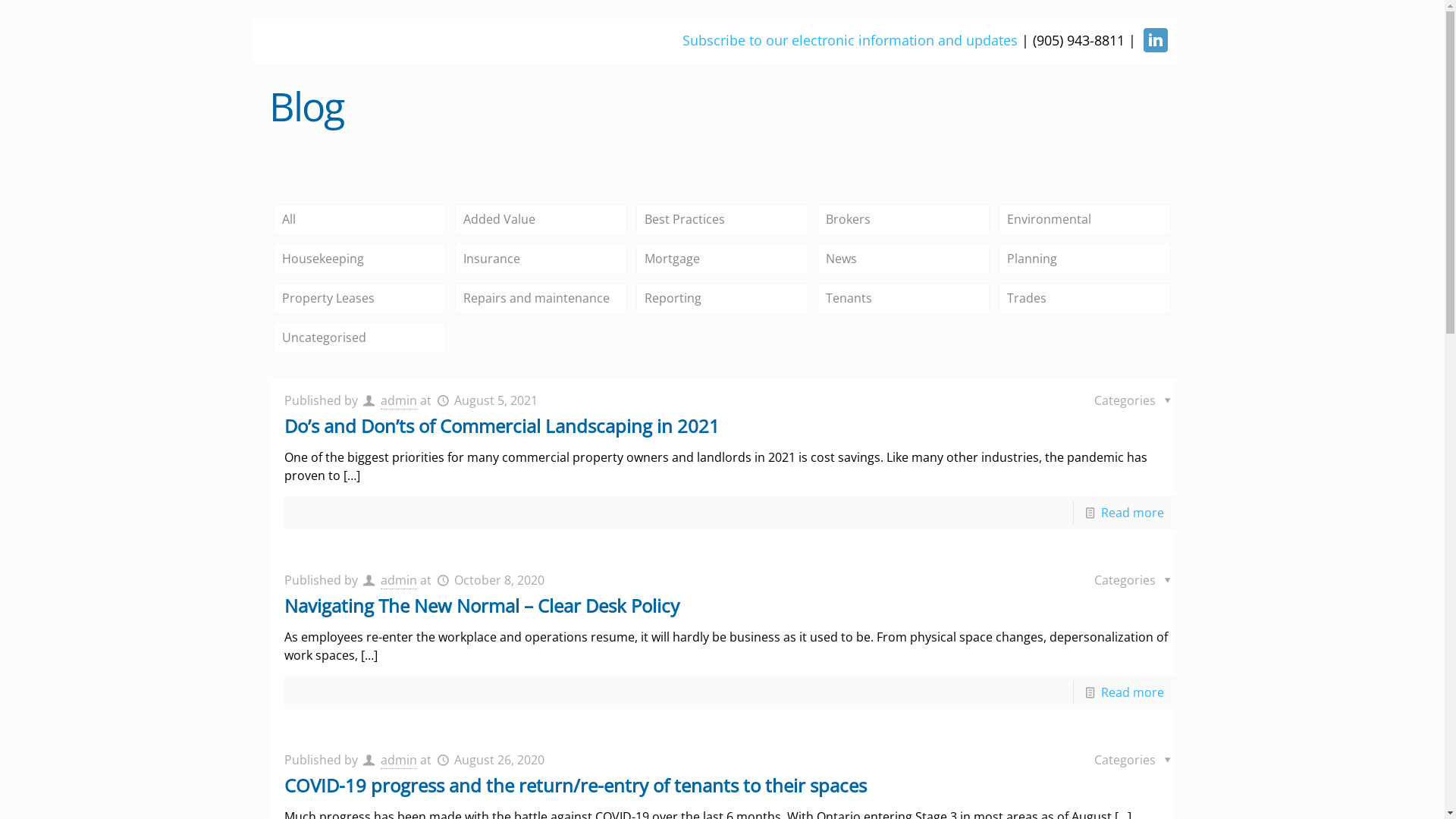  Describe the element at coordinates (721, 219) in the screenshot. I see `'Best Practices'` at that location.